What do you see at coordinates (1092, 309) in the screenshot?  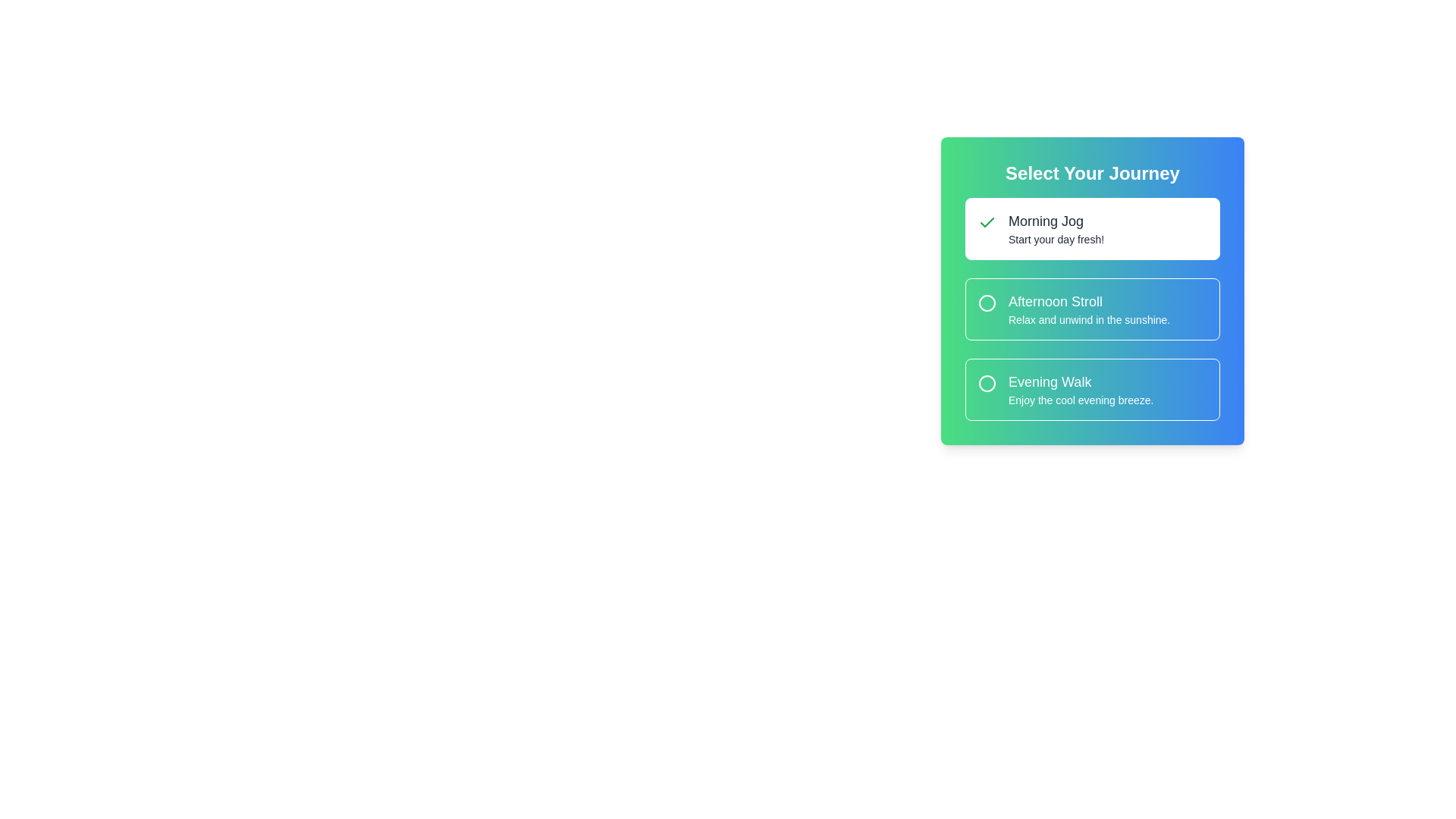 I see `the 'Afternoon Stroll' selectable option, which is the second option in a vertically stacked group with a gradient background and white text` at bounding box center [1092, 309].